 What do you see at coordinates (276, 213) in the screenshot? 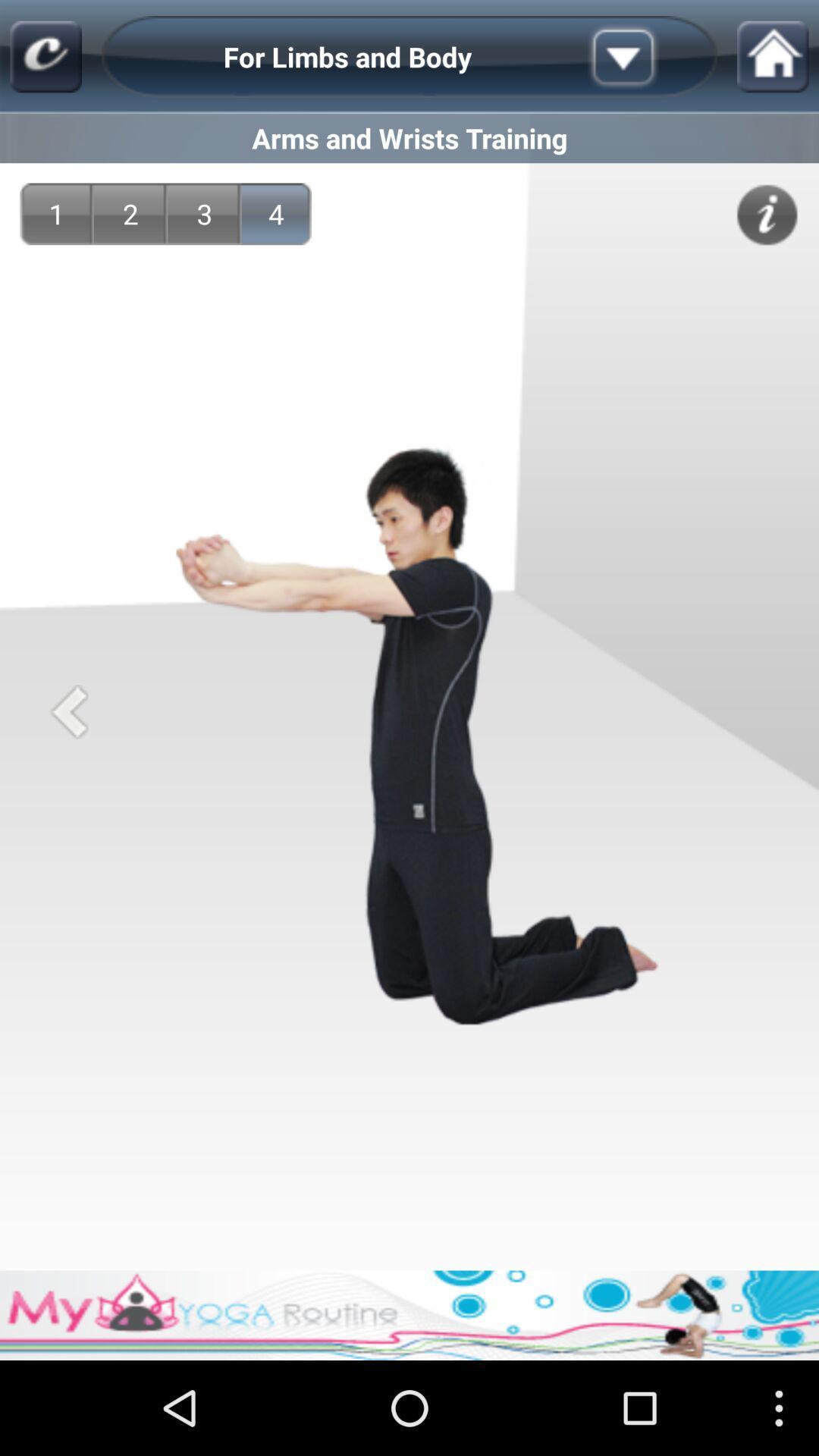
I see `app below arms and wrists` at bounding box center [276, 213].